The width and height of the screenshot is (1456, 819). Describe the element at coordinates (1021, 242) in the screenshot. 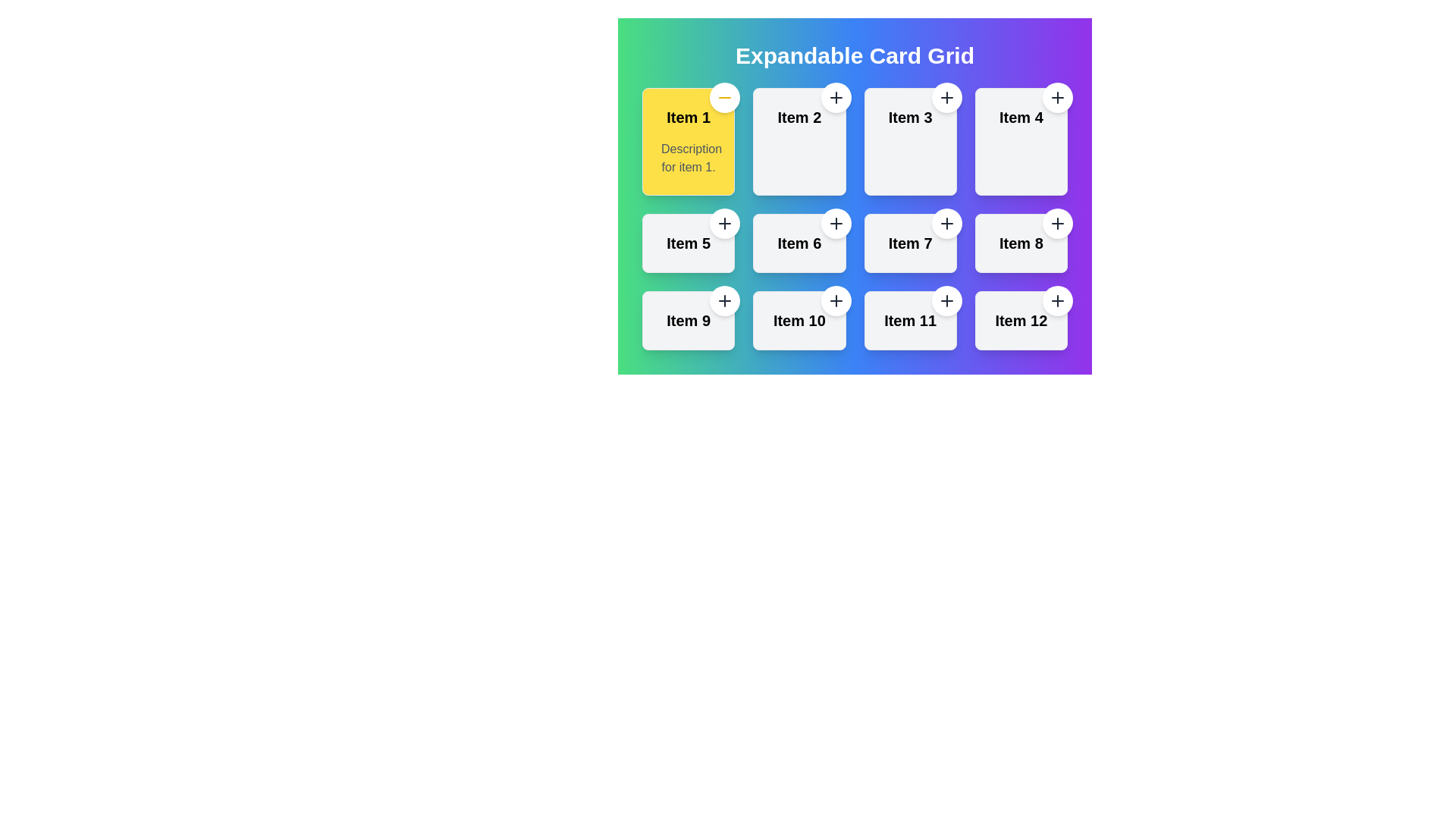

I see `the text label that identifies the specific card in the second row, fourth column of the grid layout to trigger the tooltip or hover effect` at that location.